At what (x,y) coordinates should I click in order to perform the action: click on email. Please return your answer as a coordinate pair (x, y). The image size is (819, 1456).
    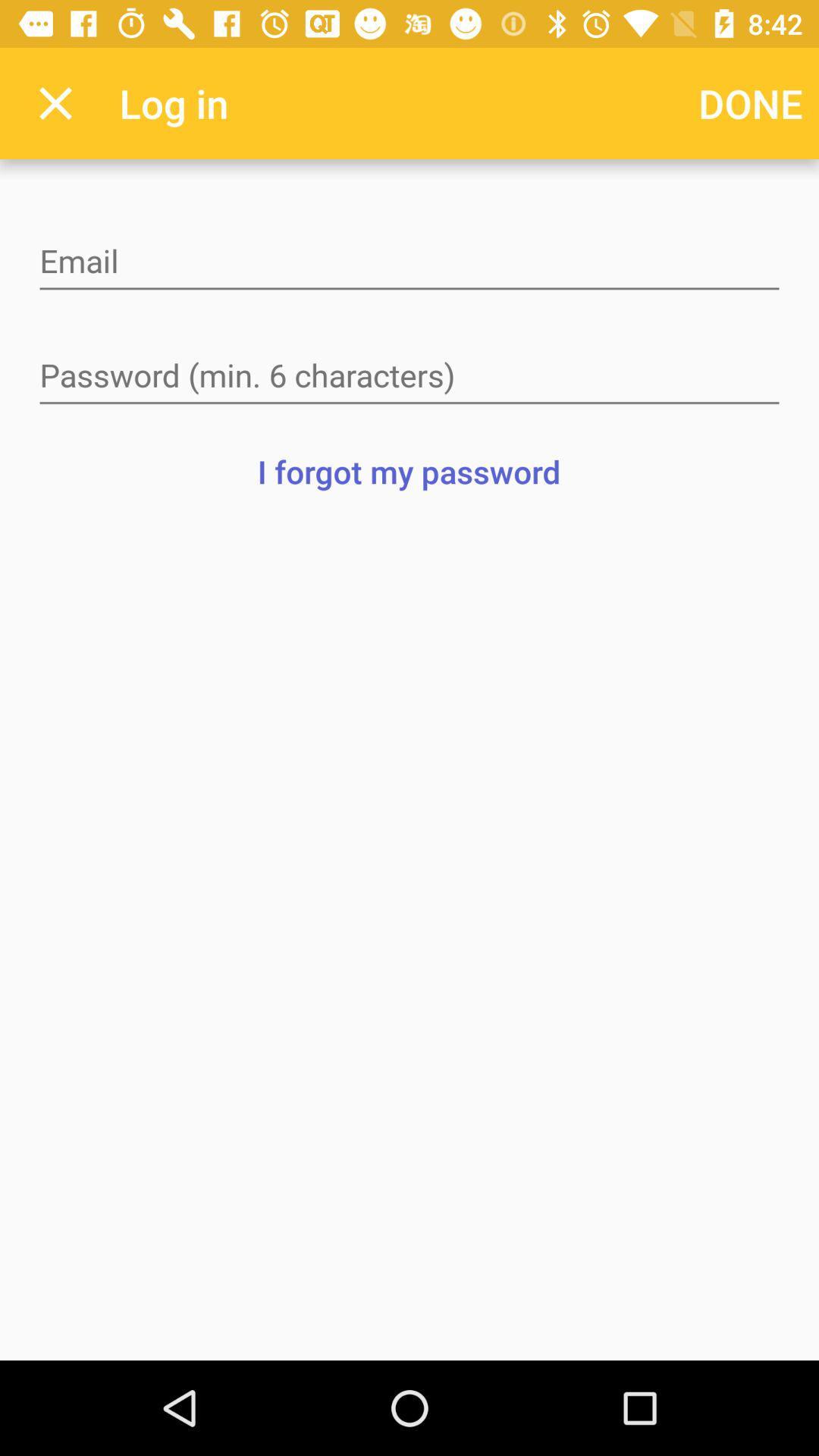
    Looking at the image, I should click on (409, 262).